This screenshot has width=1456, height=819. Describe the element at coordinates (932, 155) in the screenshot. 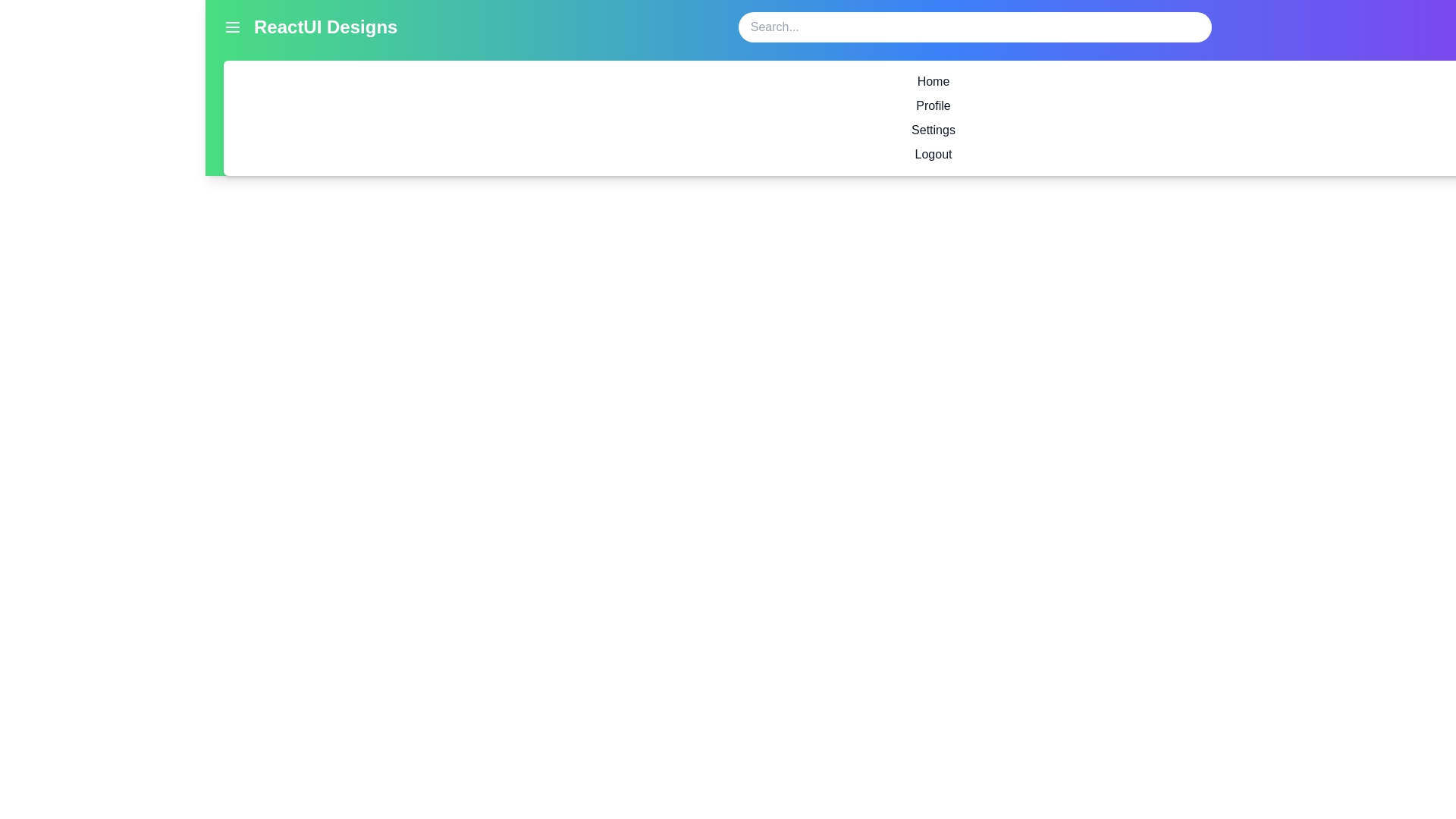

I see `the menu item Logout from the dropdown` at that location.